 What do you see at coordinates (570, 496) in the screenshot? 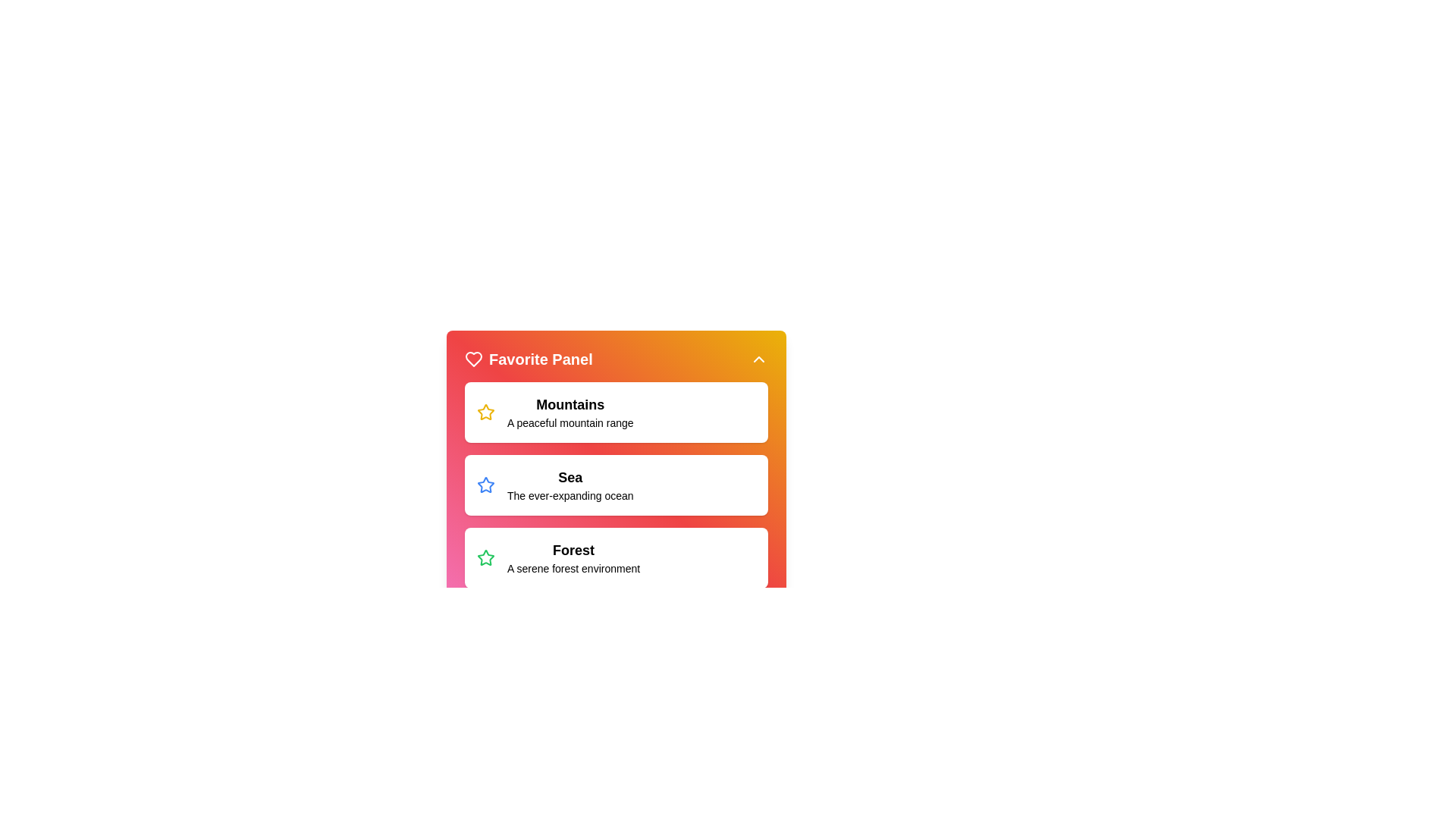
I see `the text label displaying 'The ever-expanding ocean' located in the 'Favorite Panel' under the 'Sea' header` at bounding box center [570, 496].